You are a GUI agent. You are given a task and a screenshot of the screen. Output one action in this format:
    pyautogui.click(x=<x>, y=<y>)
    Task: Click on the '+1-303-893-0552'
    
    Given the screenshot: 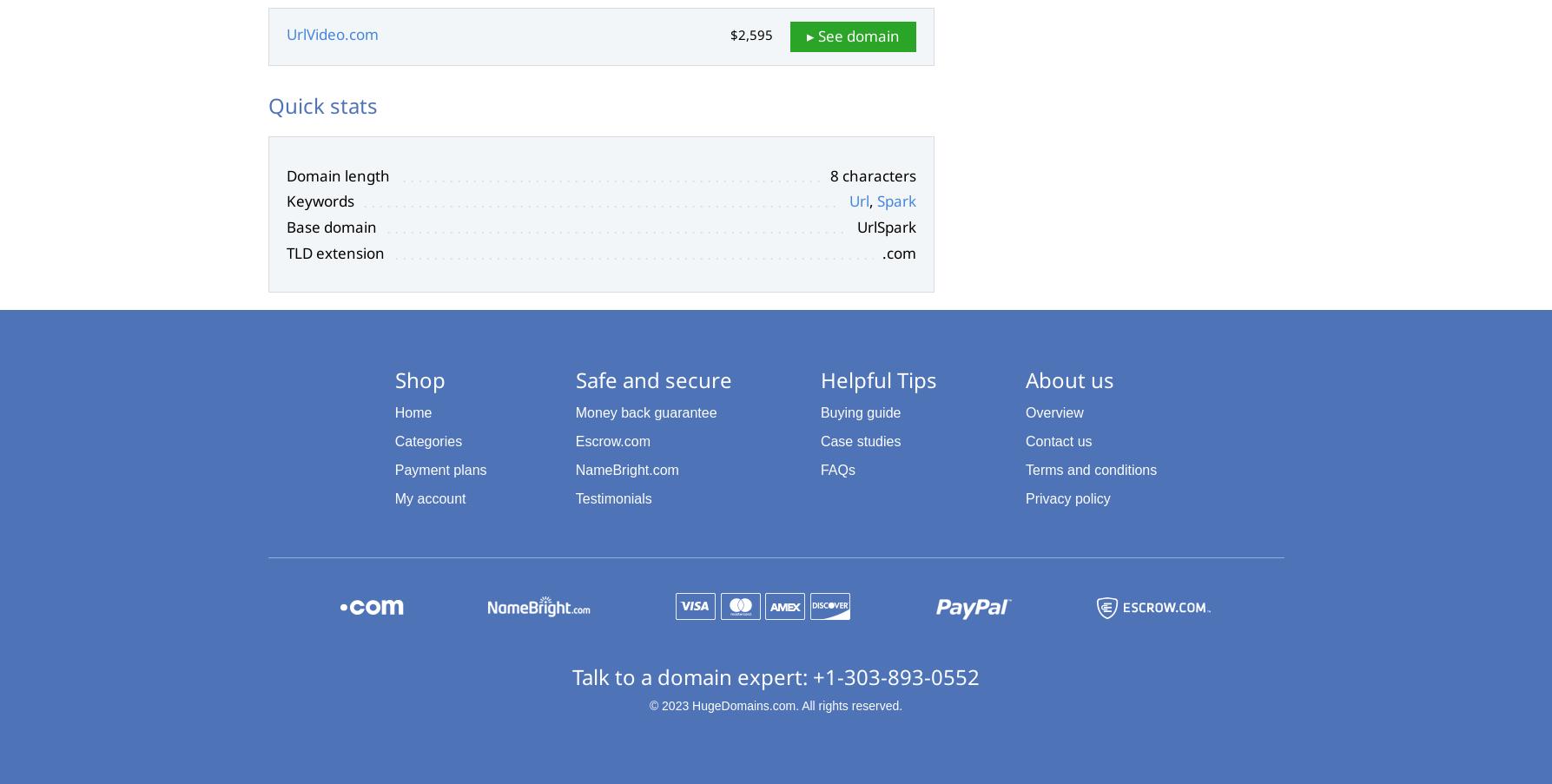 What is the action you would take?
    pyautogui.click(x=895, y=675)
    